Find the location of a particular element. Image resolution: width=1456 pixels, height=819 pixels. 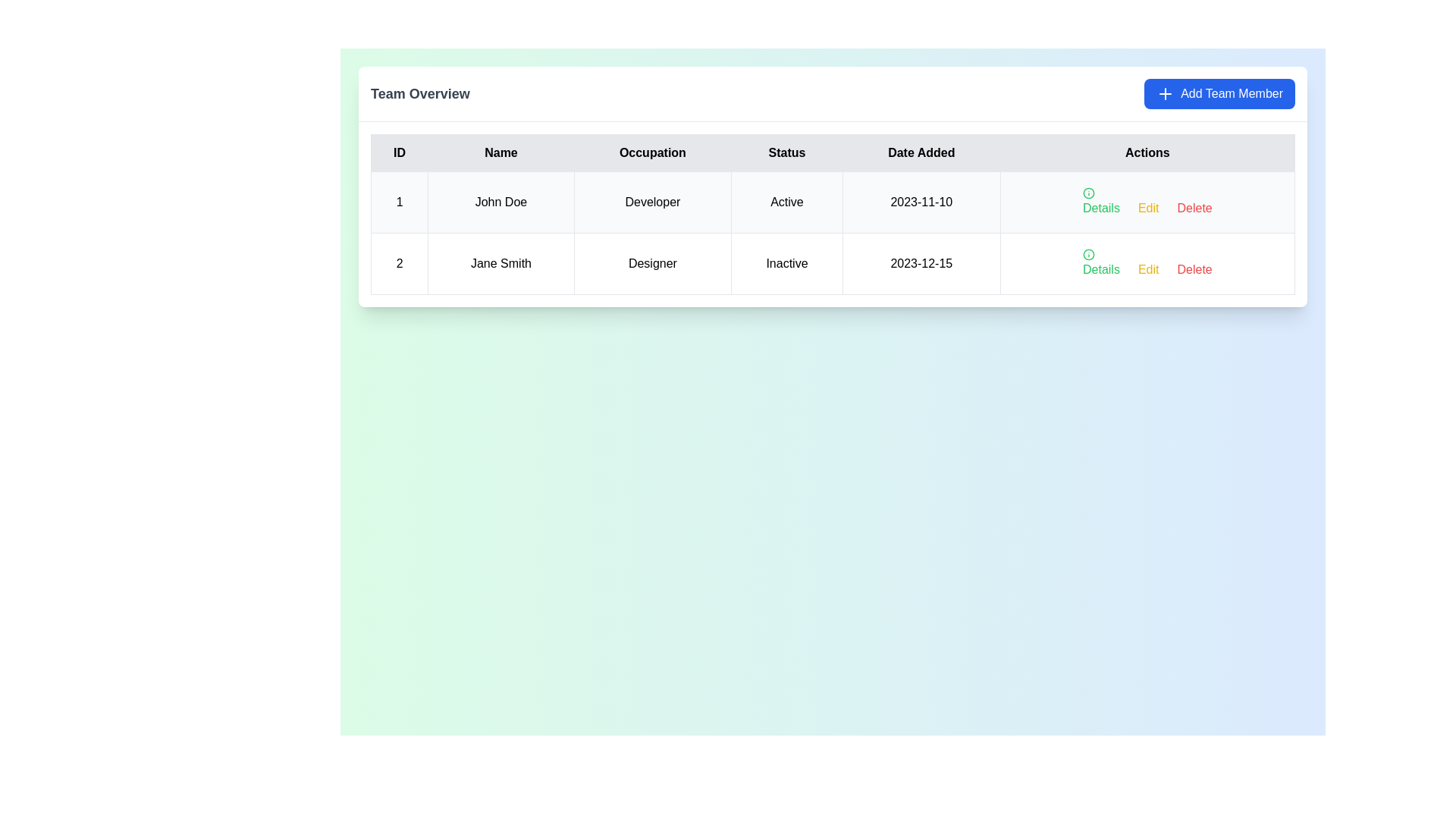

text label 'Name' in the tabular header, which is styled with a bold font and located in the second column between 'ID' and 'Occupation' is located at coordinates (501, 152).